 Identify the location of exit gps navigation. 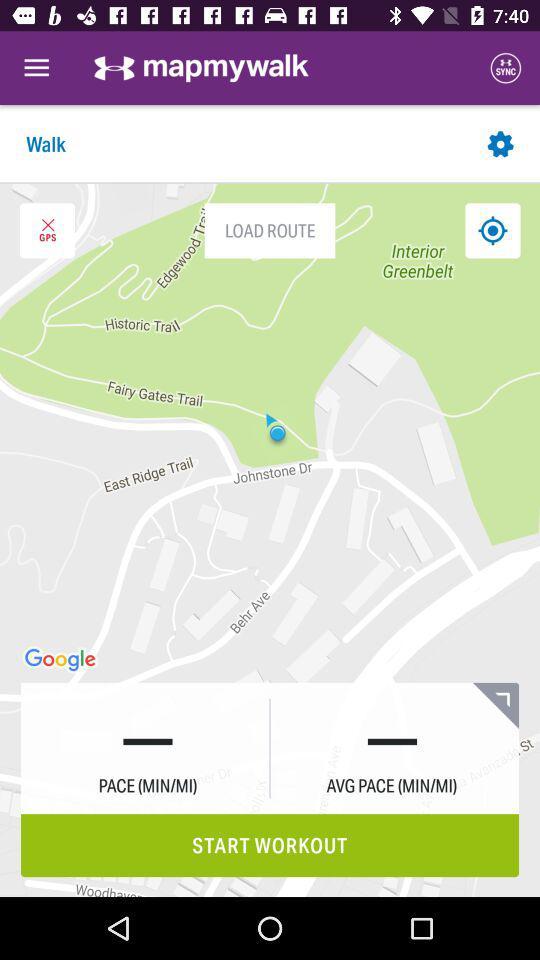
(47, 230).